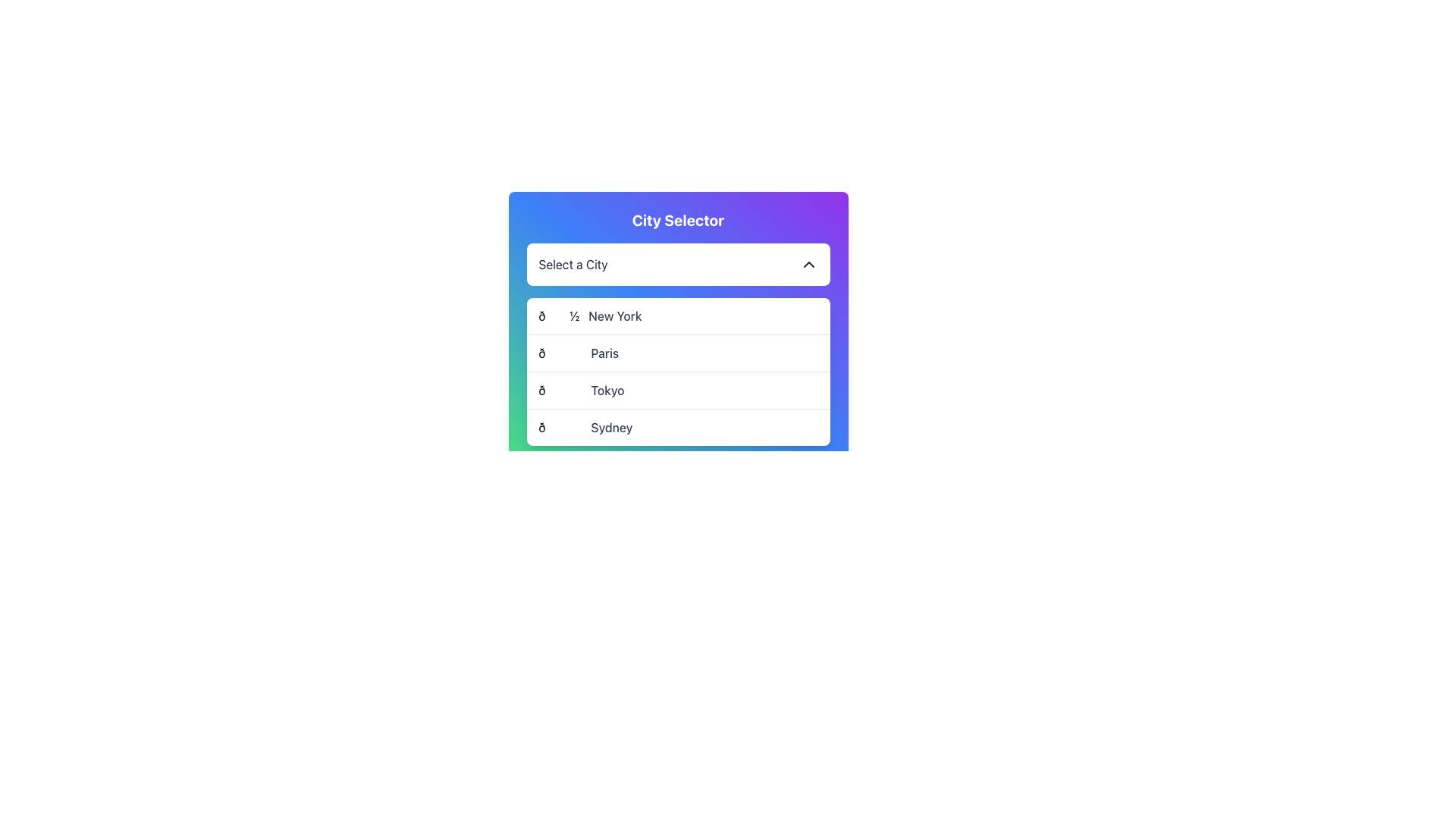 The height and width of the screenshot is (819, 1456). What do you see at coordinates (560, 427) in the screenshot?
I see `the decorative glyph representing the 'Sydney' city entry in the dropdown menu, located at the bottom of the list and aligned to the left` at bounding box center [560, 427].